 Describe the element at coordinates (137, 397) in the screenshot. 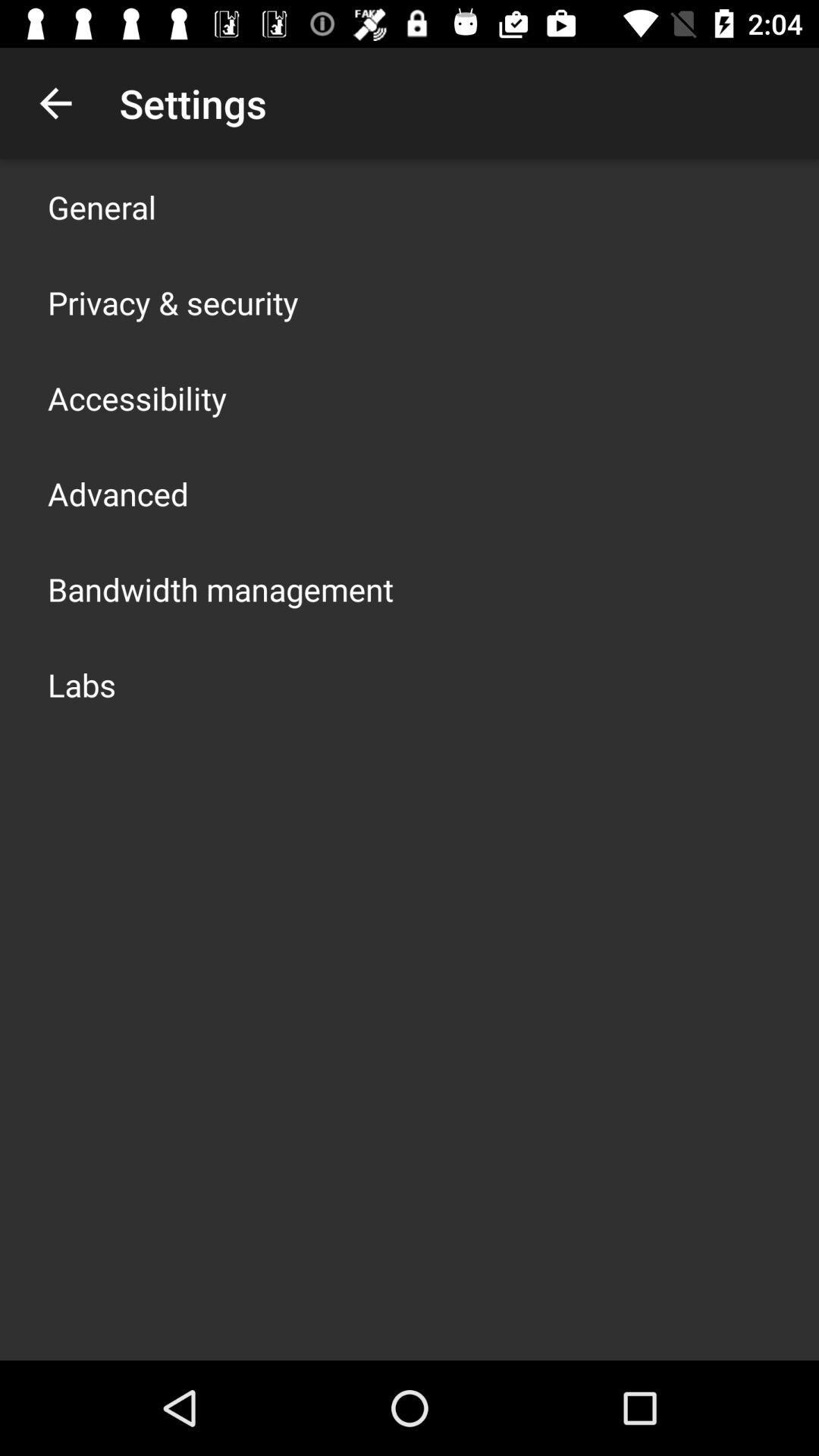

I see `the app below privacy & security app` at that location.